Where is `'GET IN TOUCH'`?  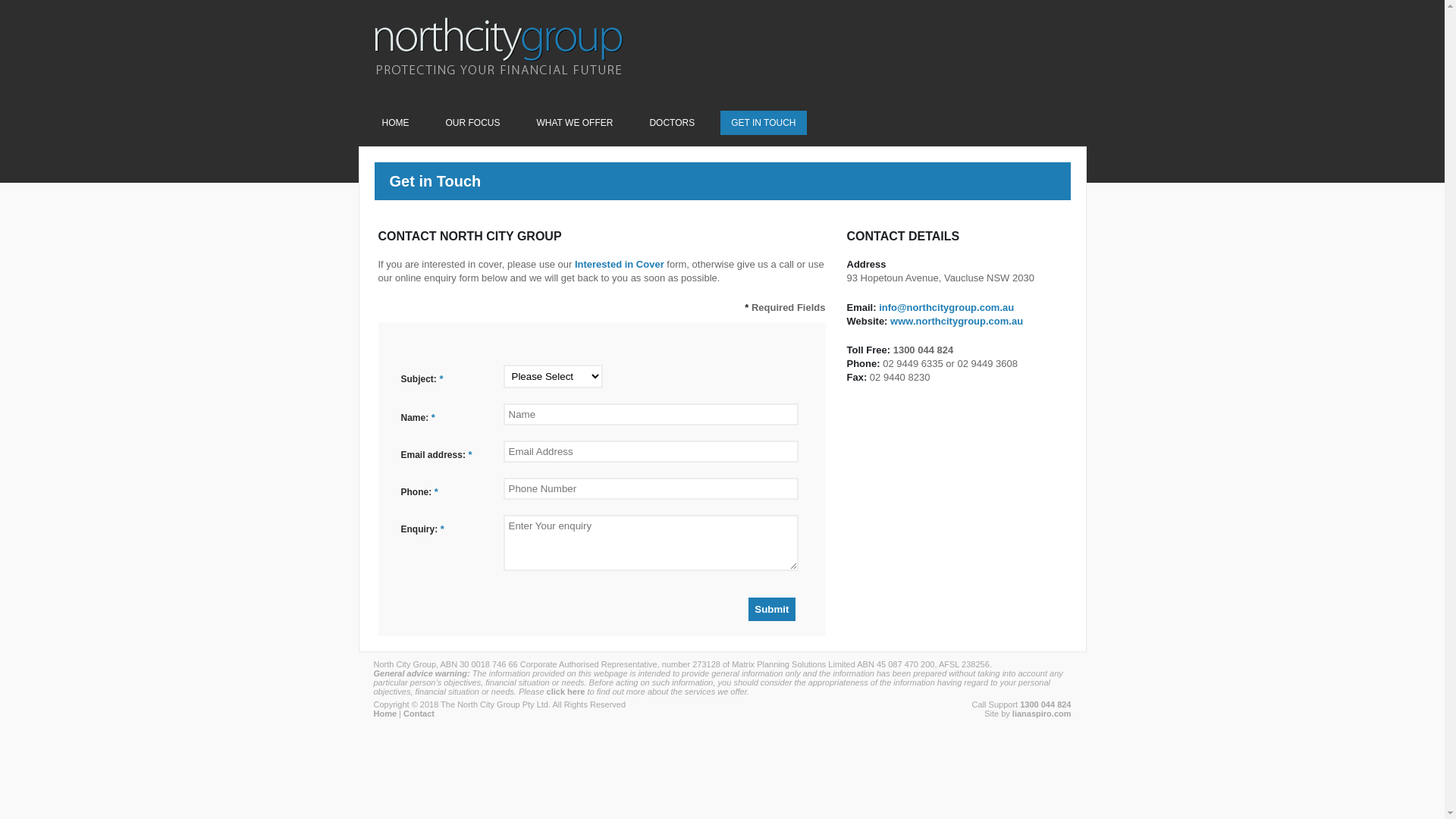 'GET IN TOUCH' is located at coordinates (763, 122).